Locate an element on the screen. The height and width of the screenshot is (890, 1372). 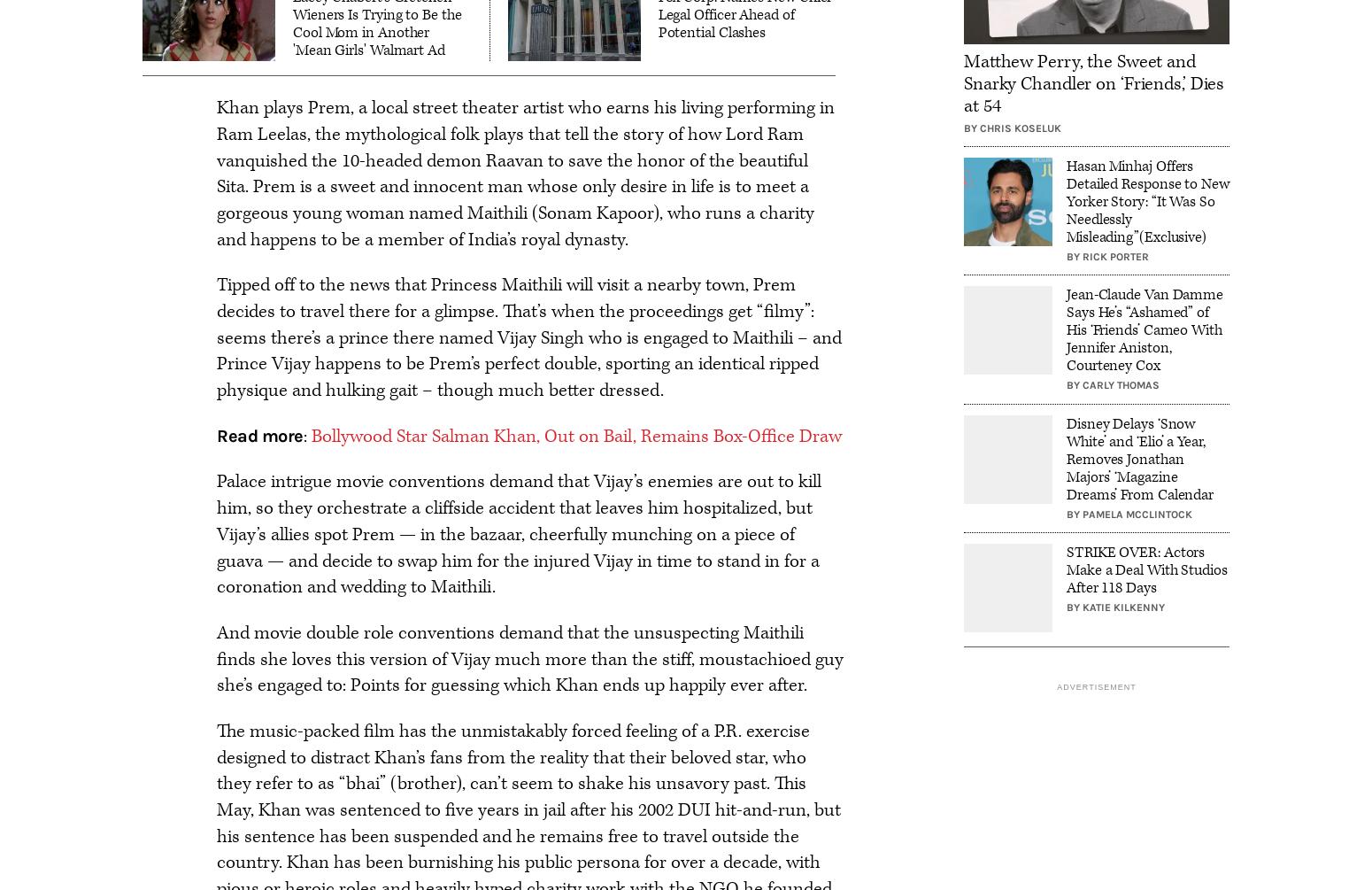
', the mythological folk plays that tell the story of how Lord Ram vanquished the 10-headed demon' is located at coordinates (510, 147).